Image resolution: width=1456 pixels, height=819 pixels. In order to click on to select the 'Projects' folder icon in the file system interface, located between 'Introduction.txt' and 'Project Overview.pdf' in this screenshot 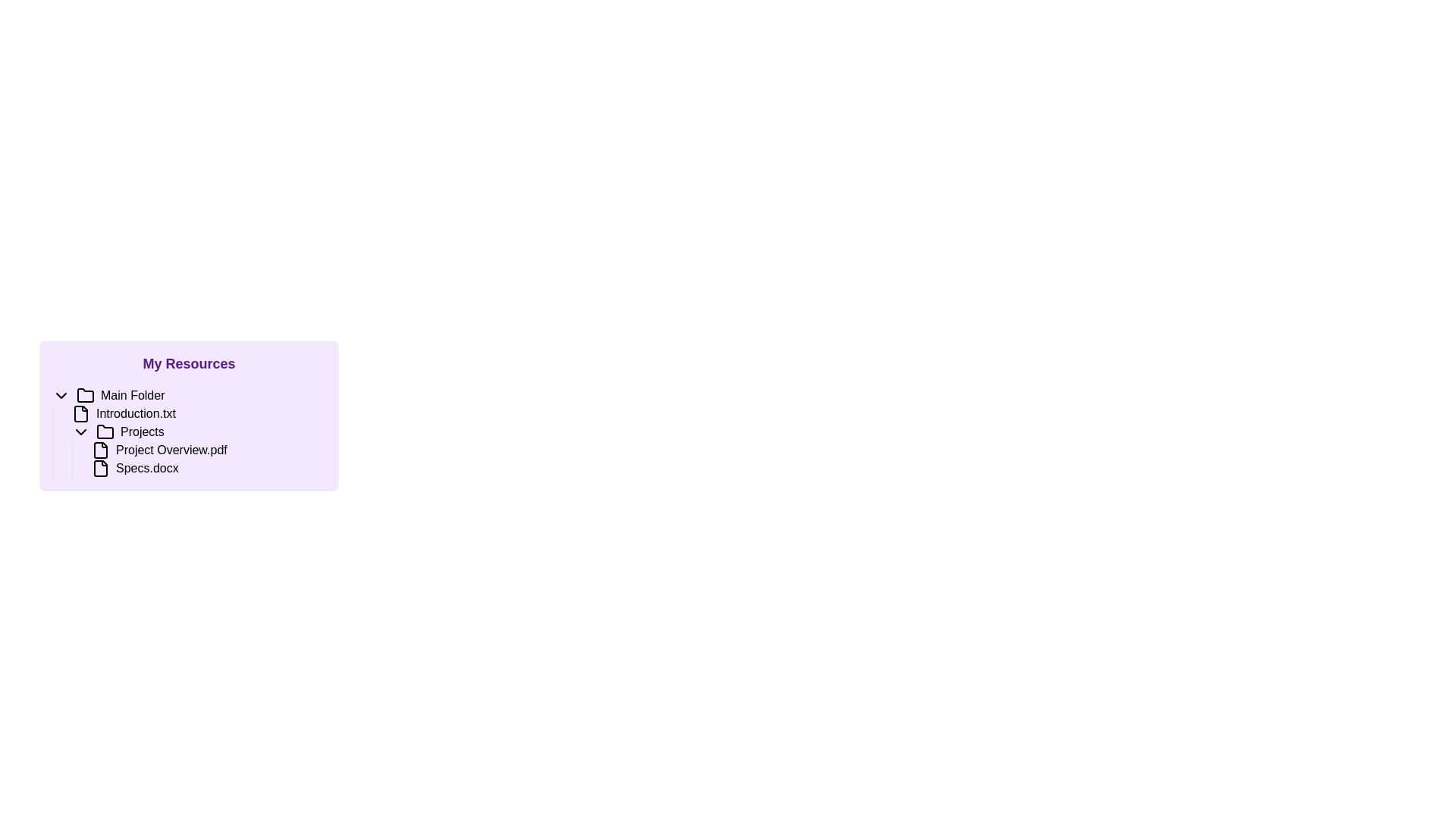, I will do `click(105, 431)`.